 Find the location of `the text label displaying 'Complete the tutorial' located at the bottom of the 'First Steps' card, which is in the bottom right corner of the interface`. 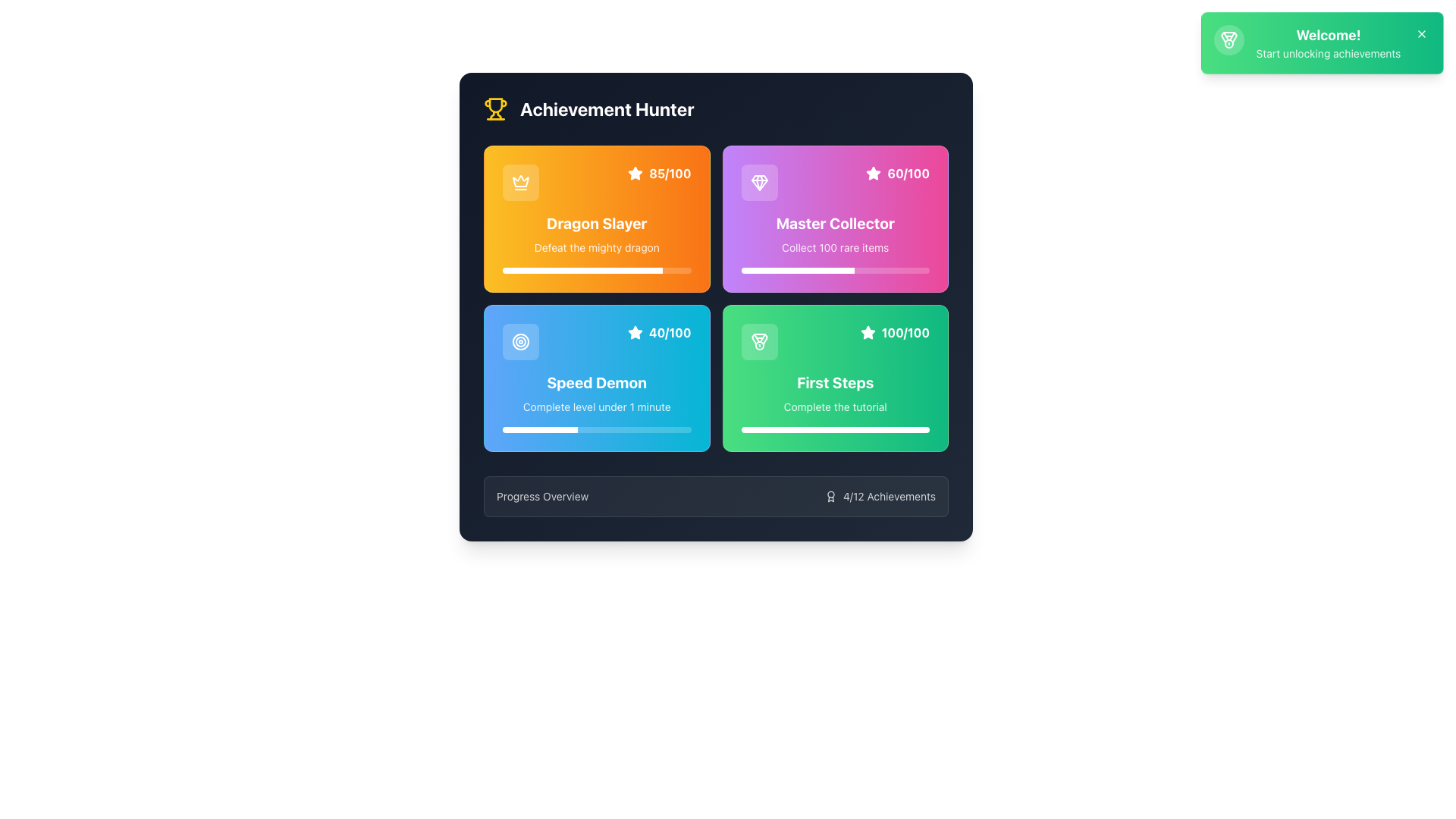

the text label displaying 'Complete the tutorial' located at the bottom of the 'First Steps' card, which is in the bottom right corner of the interface is located at coordinates (834, 406).